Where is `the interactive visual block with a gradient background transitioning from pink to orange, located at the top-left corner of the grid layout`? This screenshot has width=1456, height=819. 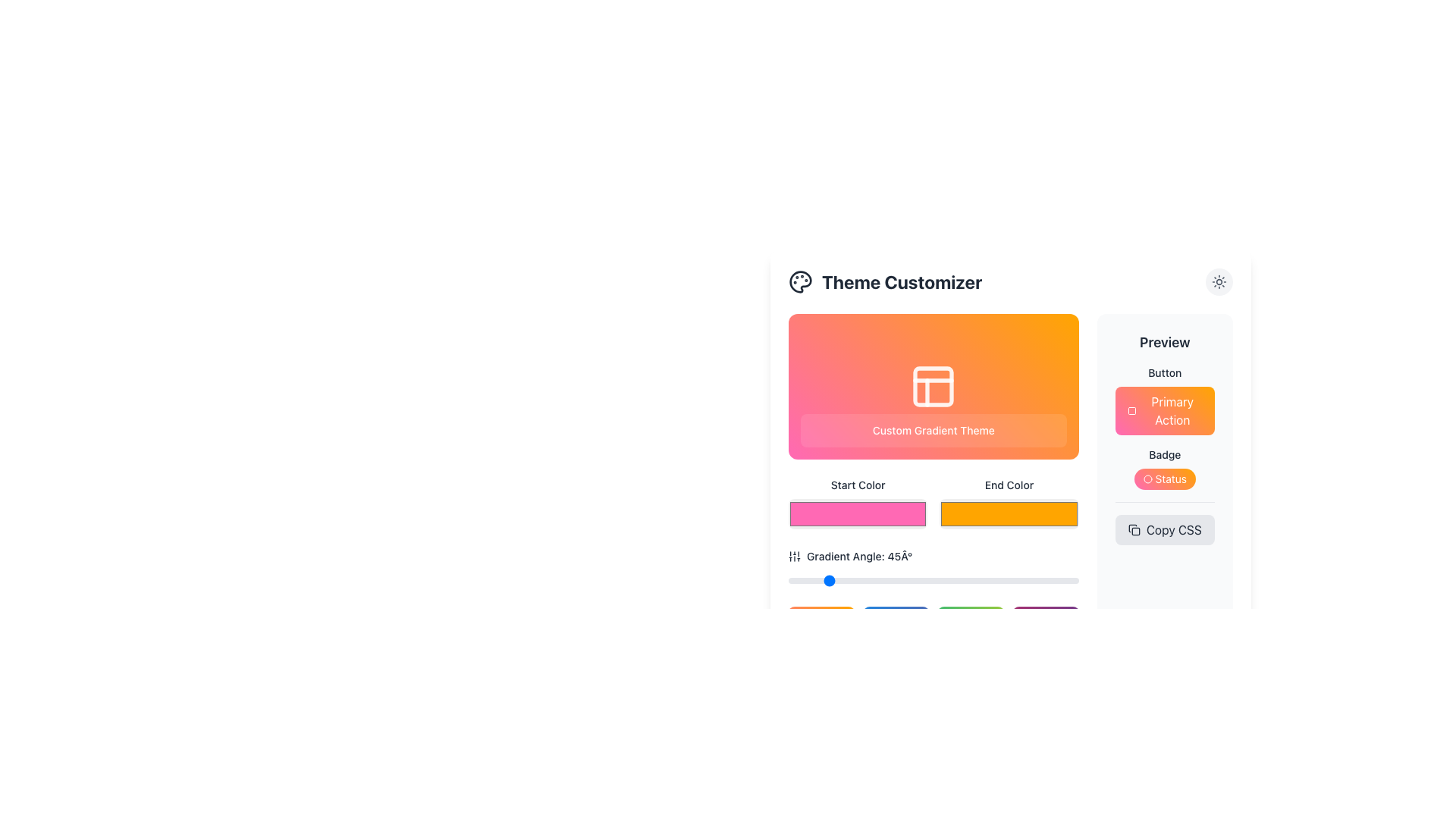 the interactive visual block with a gradient background transitioning from pink to orange, located at the top-left corner of the grid layout is located at coordinates (821, 637).